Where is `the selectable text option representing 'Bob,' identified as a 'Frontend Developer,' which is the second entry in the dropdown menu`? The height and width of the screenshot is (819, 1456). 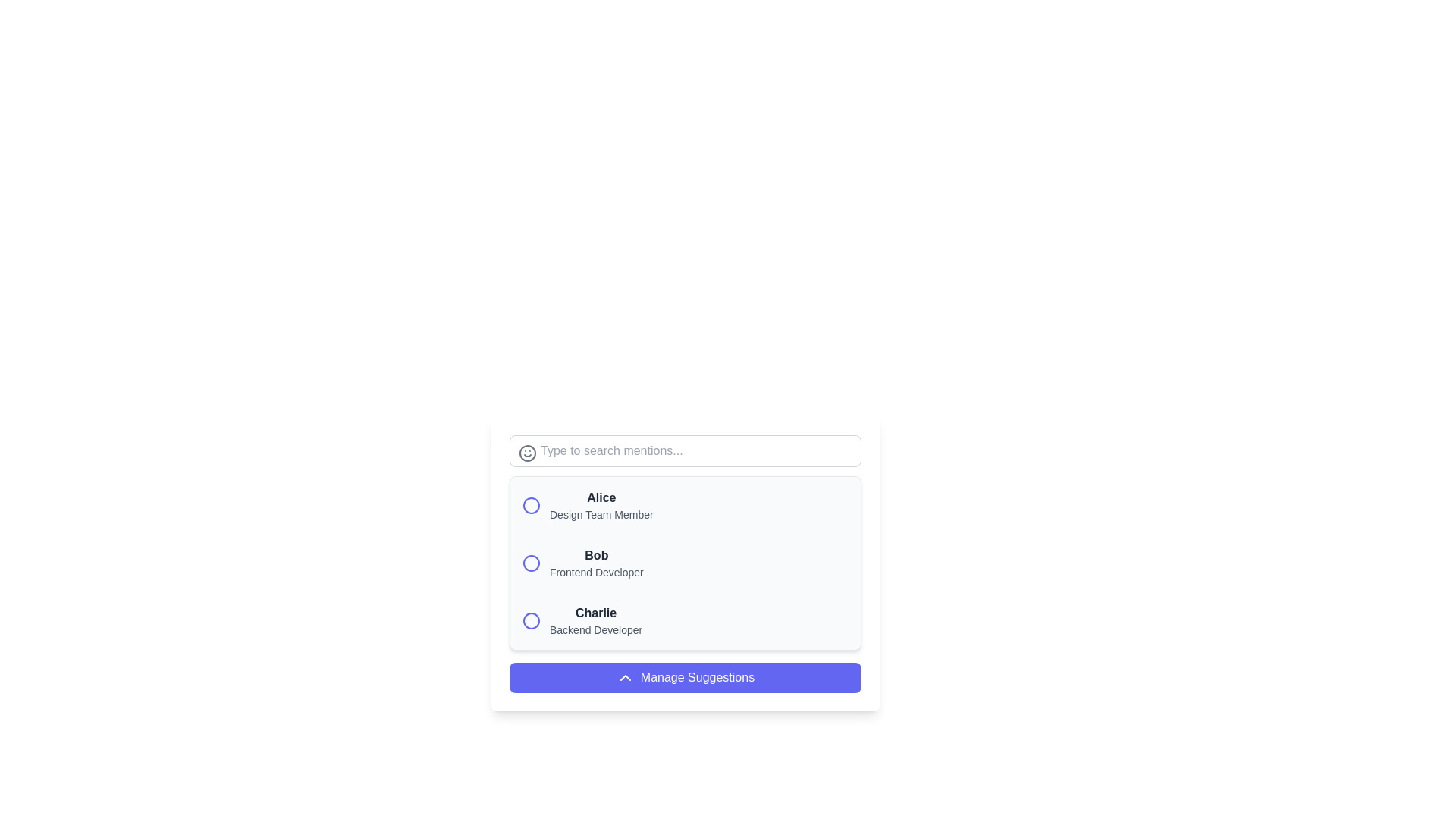 the selectable text option representing 'Bob,' identified as a 'Frontend Developer,' which is the second entry in the dropdown menu is located at coordinates (595, 563).